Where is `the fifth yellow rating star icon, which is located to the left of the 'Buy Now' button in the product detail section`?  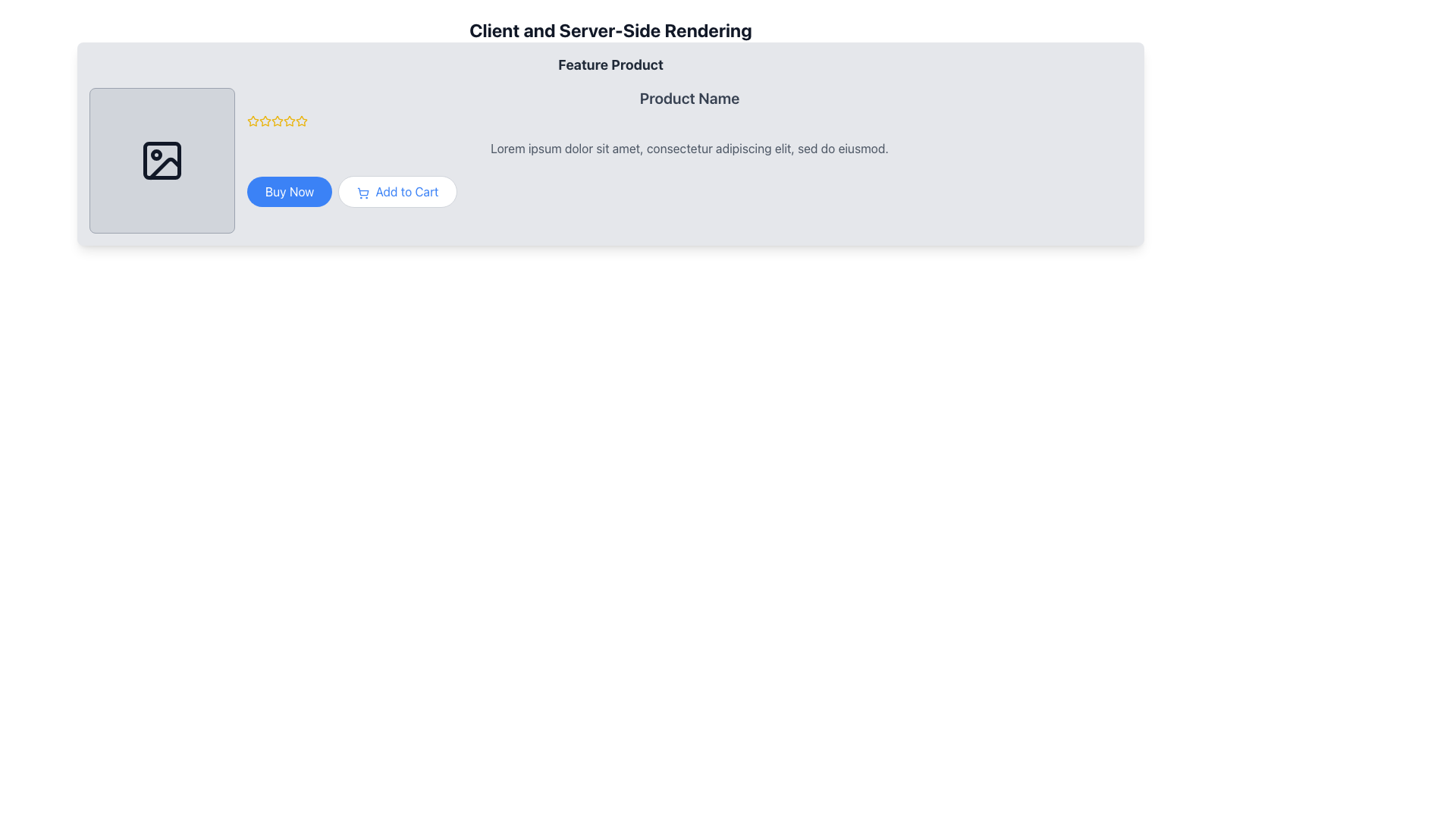 the fifth yellow rating star icon, which is located to the left of the 'Buy Now' button in the product detail section is located at coordinates (302, 120).